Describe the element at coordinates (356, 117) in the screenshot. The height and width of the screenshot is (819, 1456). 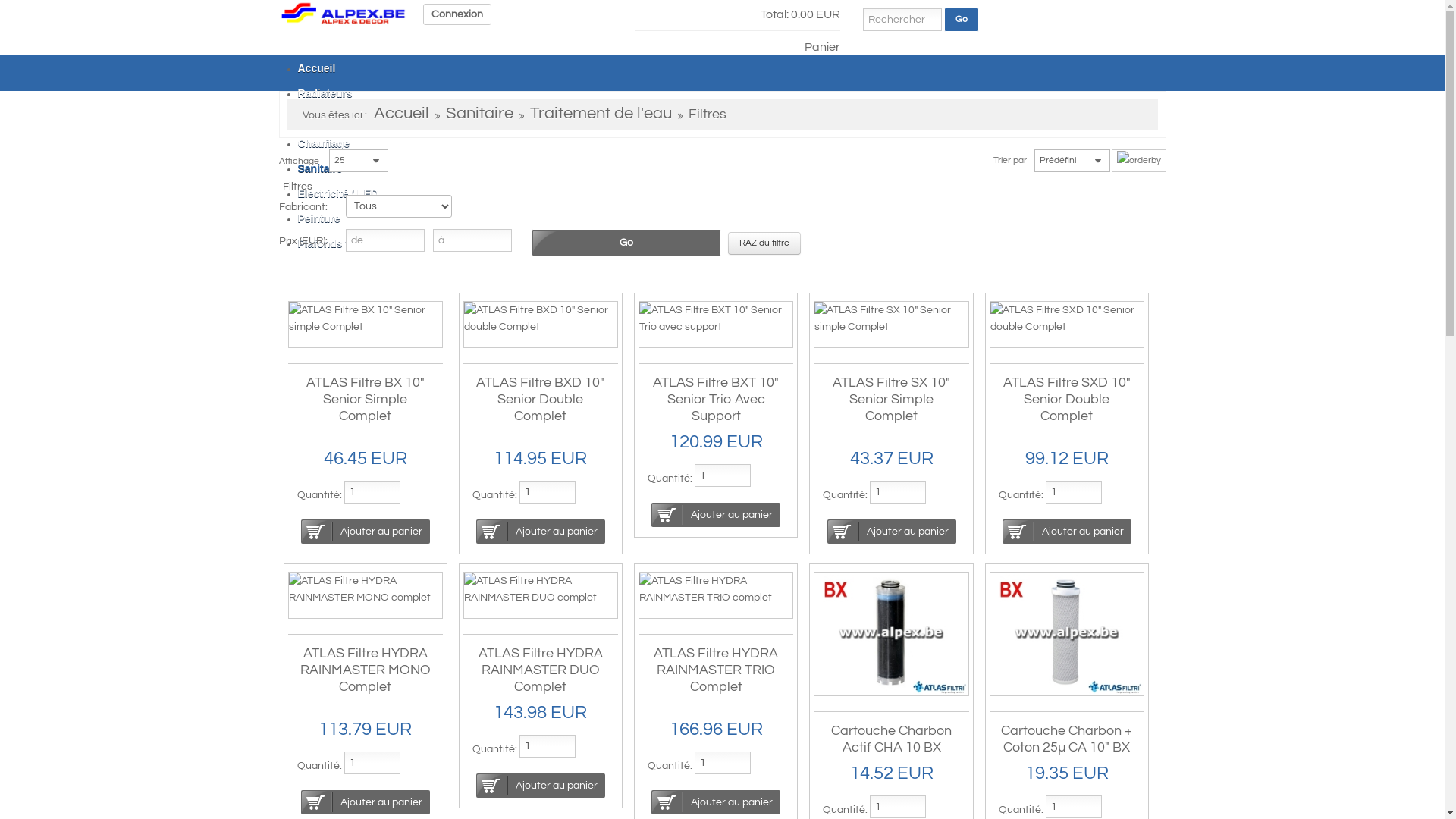
I see `'Raccordement - Tuyaux'` at that location.